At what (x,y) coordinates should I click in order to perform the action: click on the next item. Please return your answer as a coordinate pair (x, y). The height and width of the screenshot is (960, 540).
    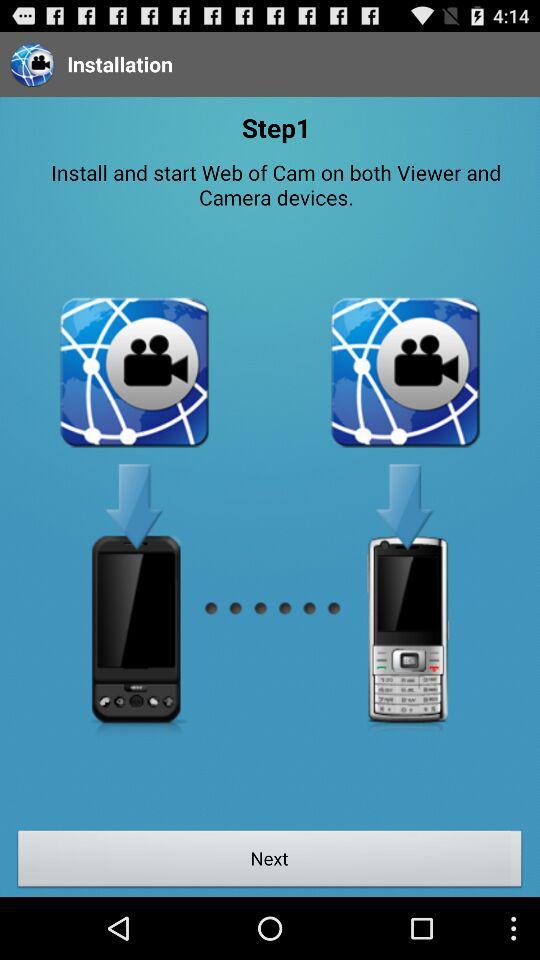
    Looking at the image, I should click on (270, 860).